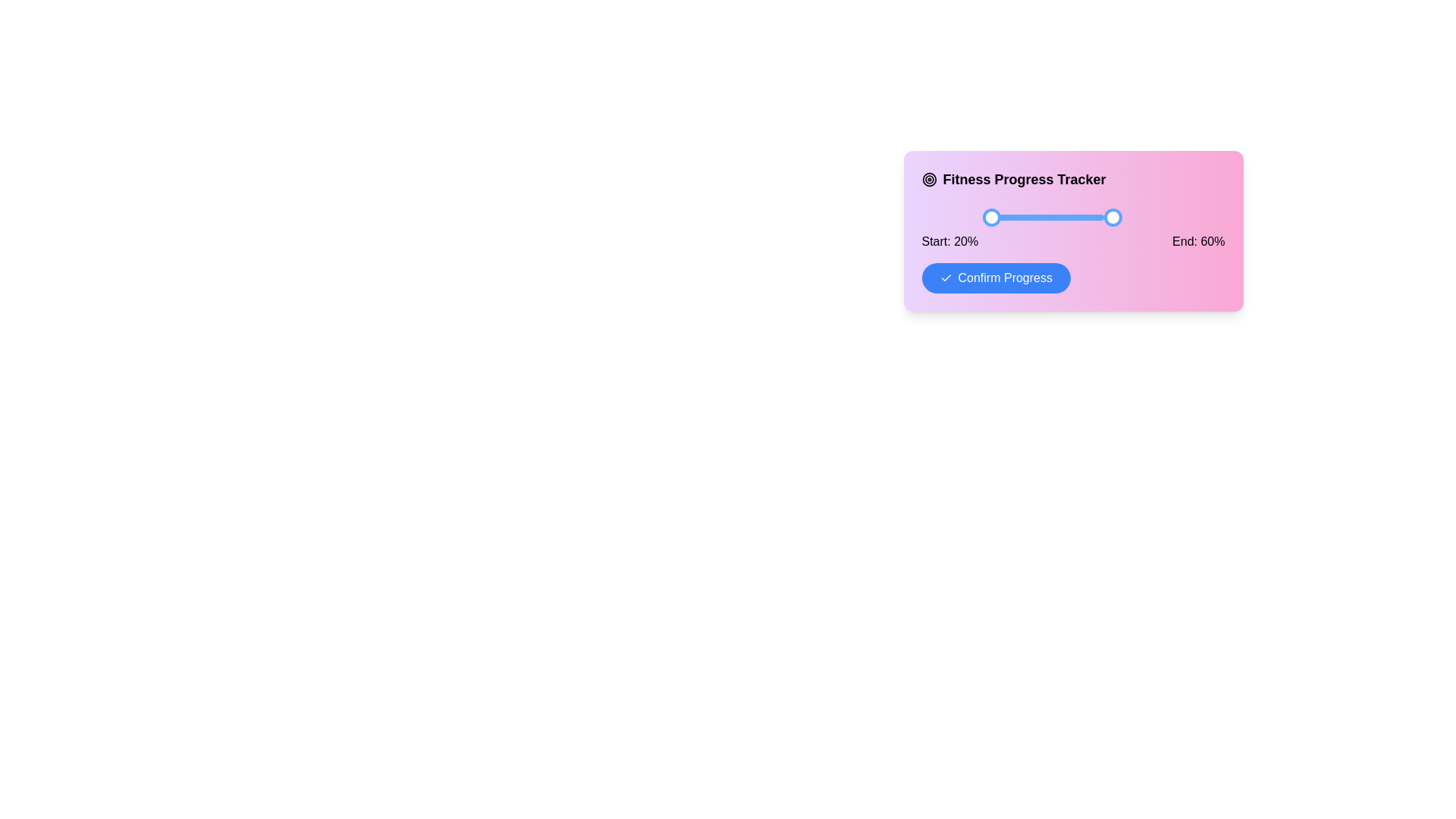 This screenshot has width=1456, height=819. What do you see at coordinates (982, 217) in the screenshot?
I see `the slider` at bounding box center [982, 217].